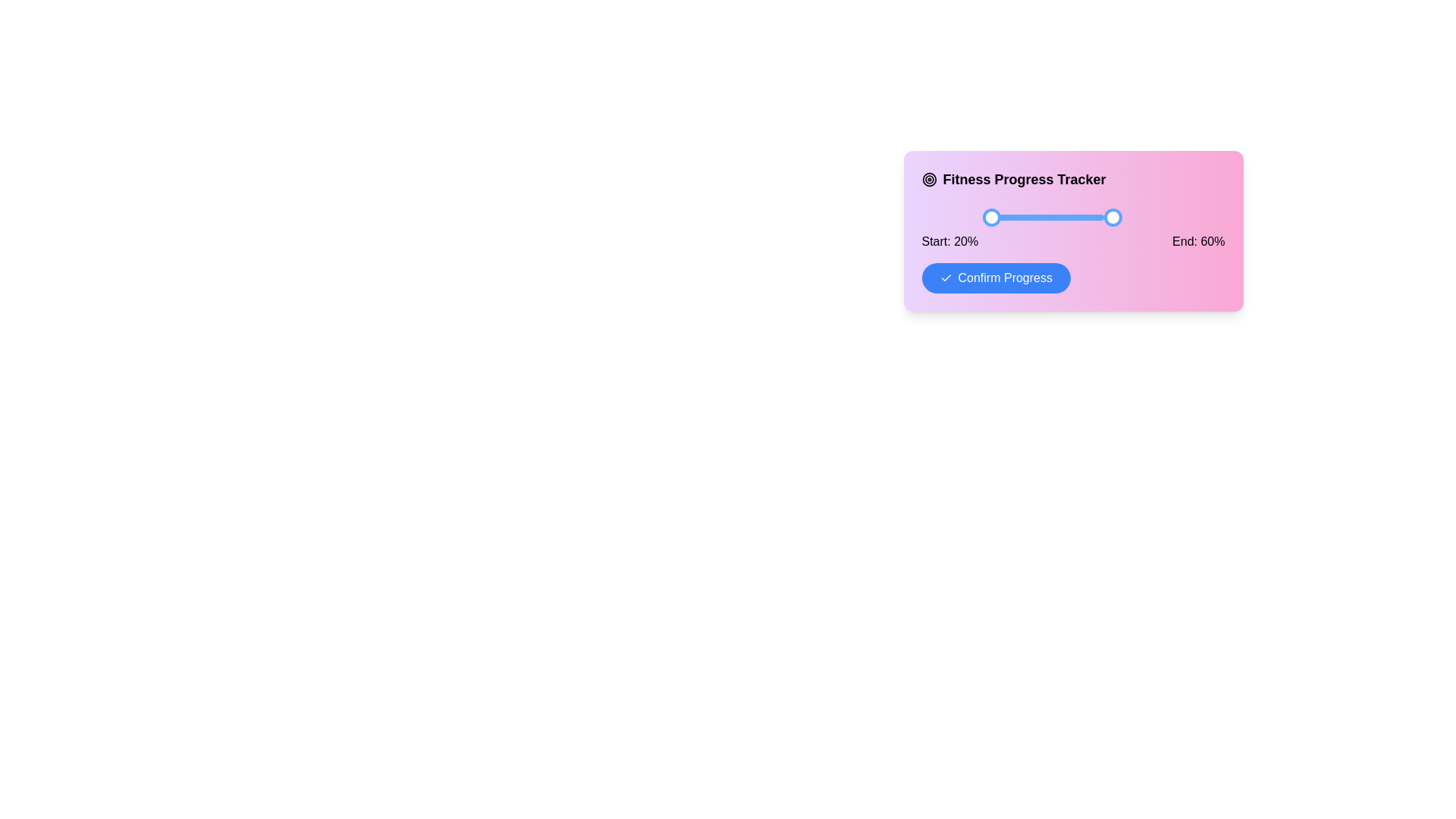 This screenshot has width=1456, height=819. What do you see at coordinates (982, 217) in the screenshot?
I see `the slider` at bounding box center [982, 217].